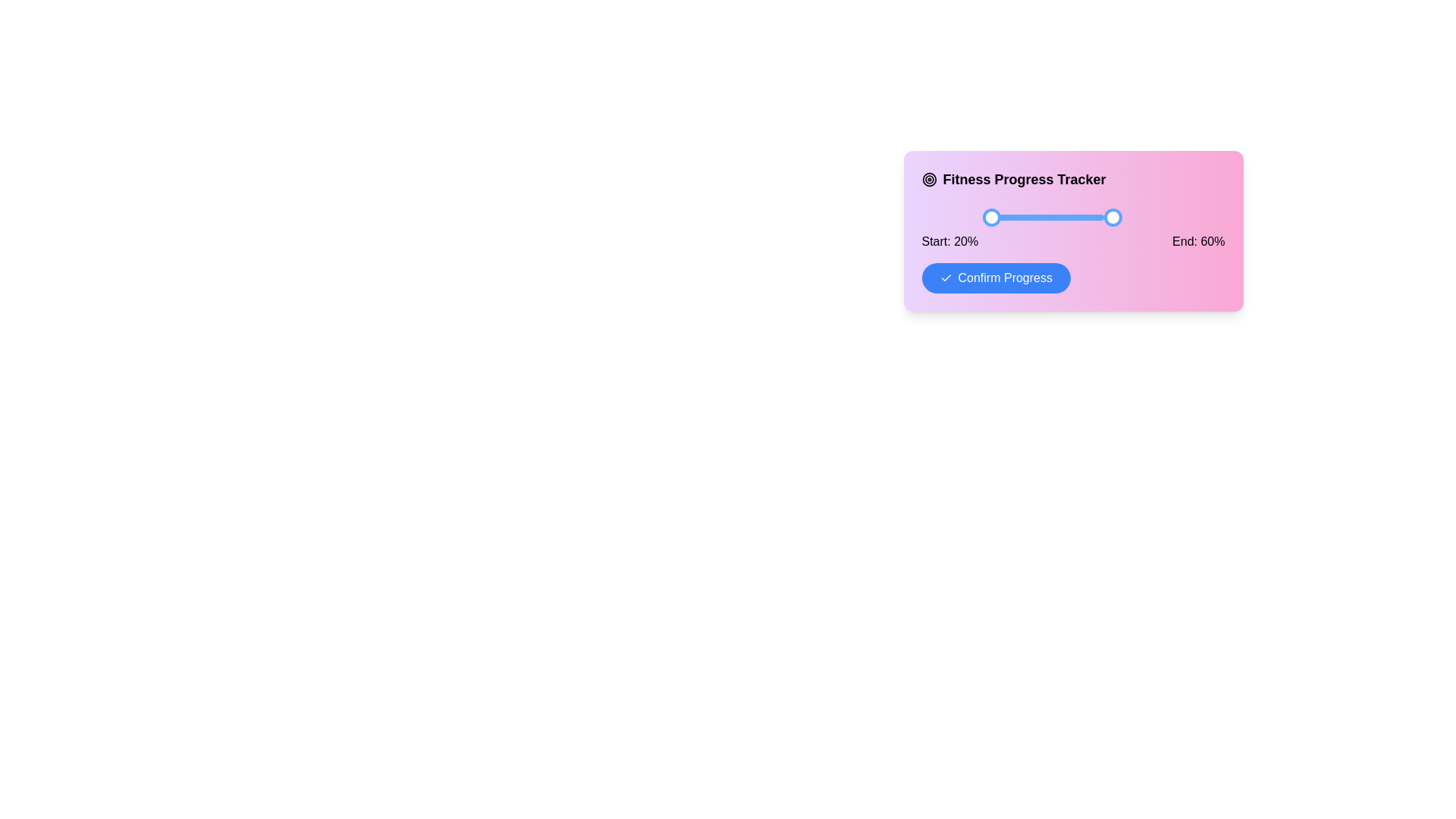 This screenshot has width=1456, height=819. What do you see at coordinates (982, 217) in the screenshot?
I see `the slider` at bounding box center [982, 217].